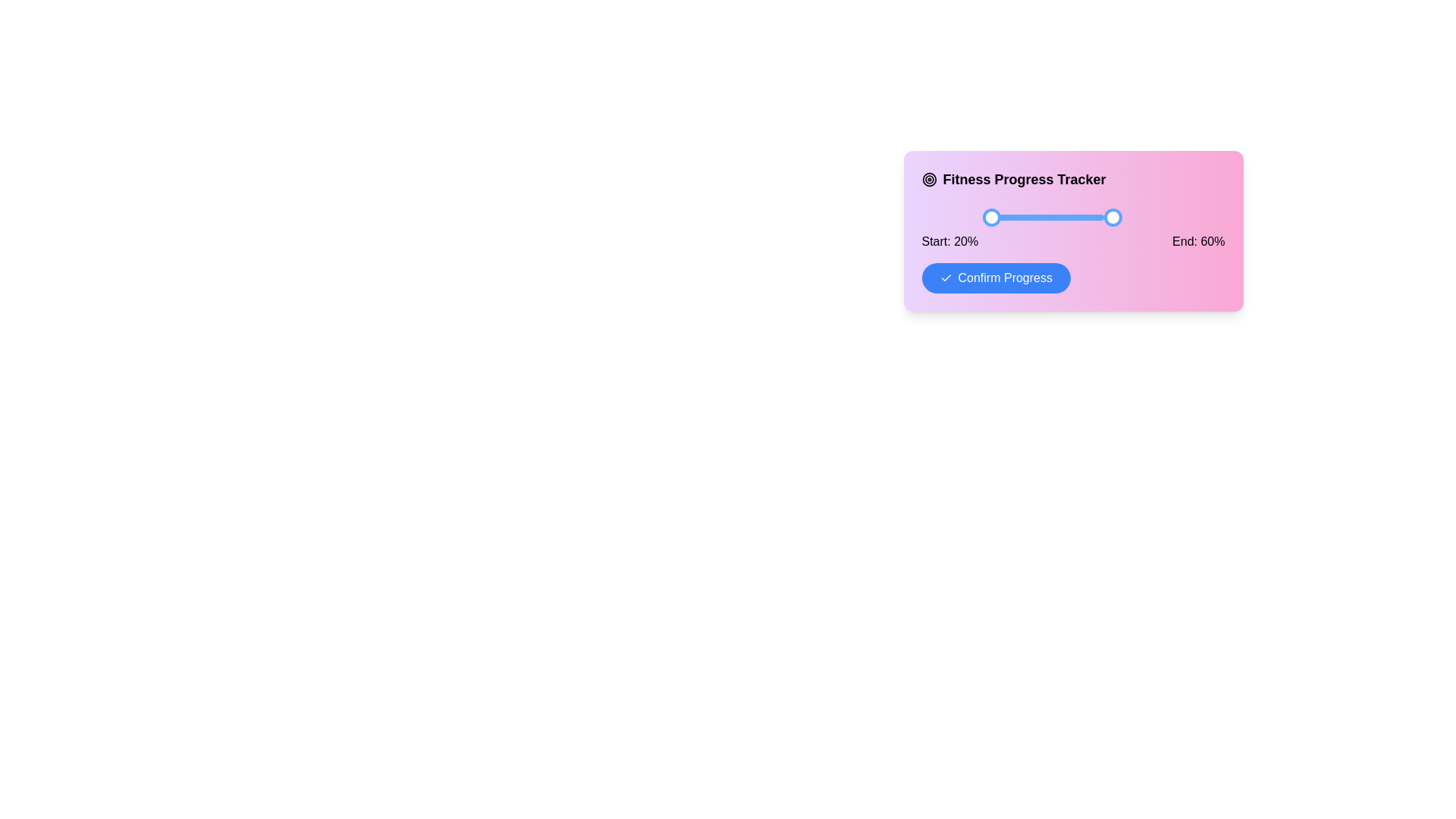 This screenshot has width=1456, height=819. What do you see at coordinates (982, 217) in the screenshot?
I see `the slider` at bounding box center [982, 217].